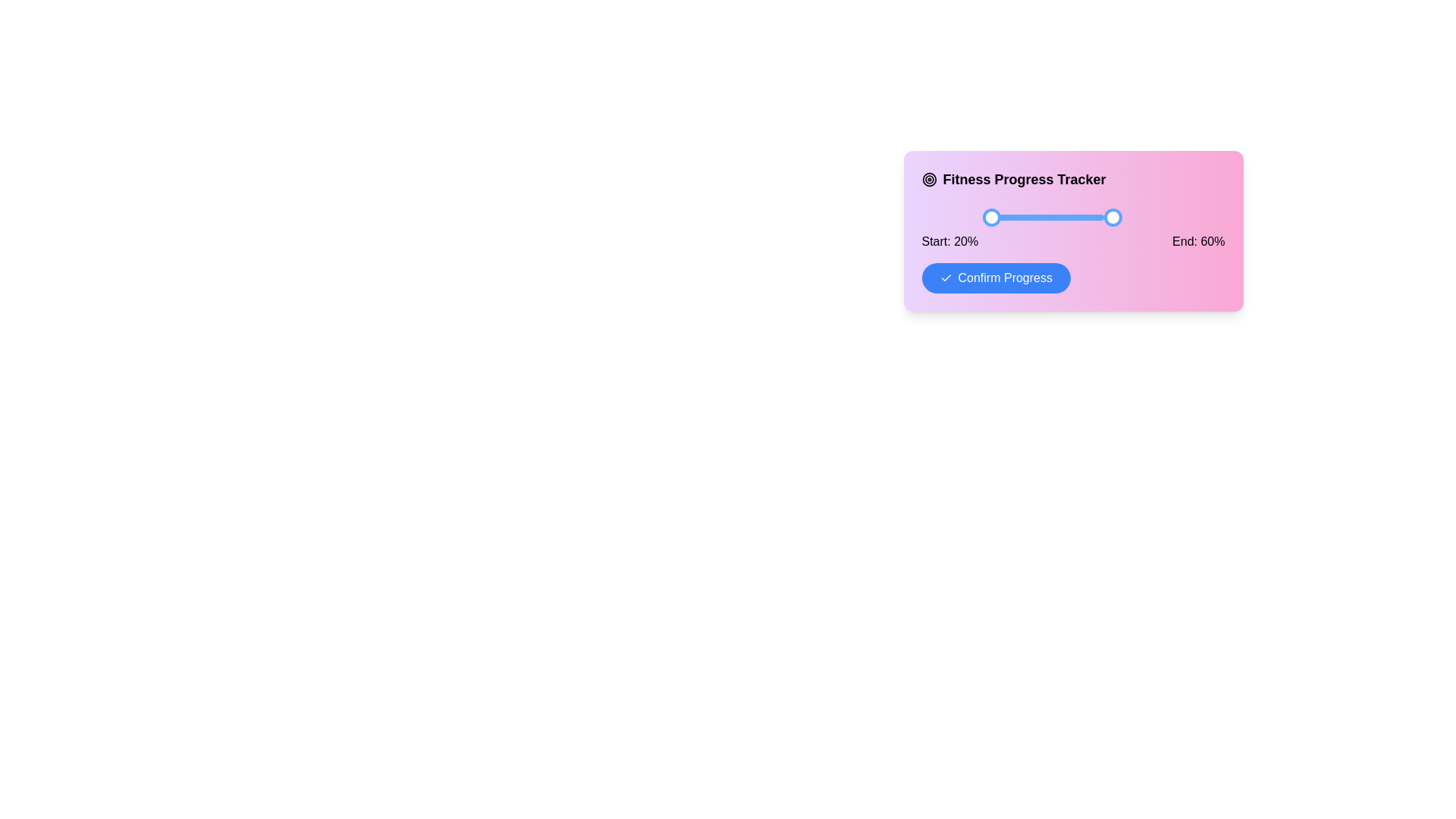 This screenshot has width=1456, height=819. What do you see at coordinates (982, 217) in the screenshot?
I see `the slider` at bounding box center [982, 217].